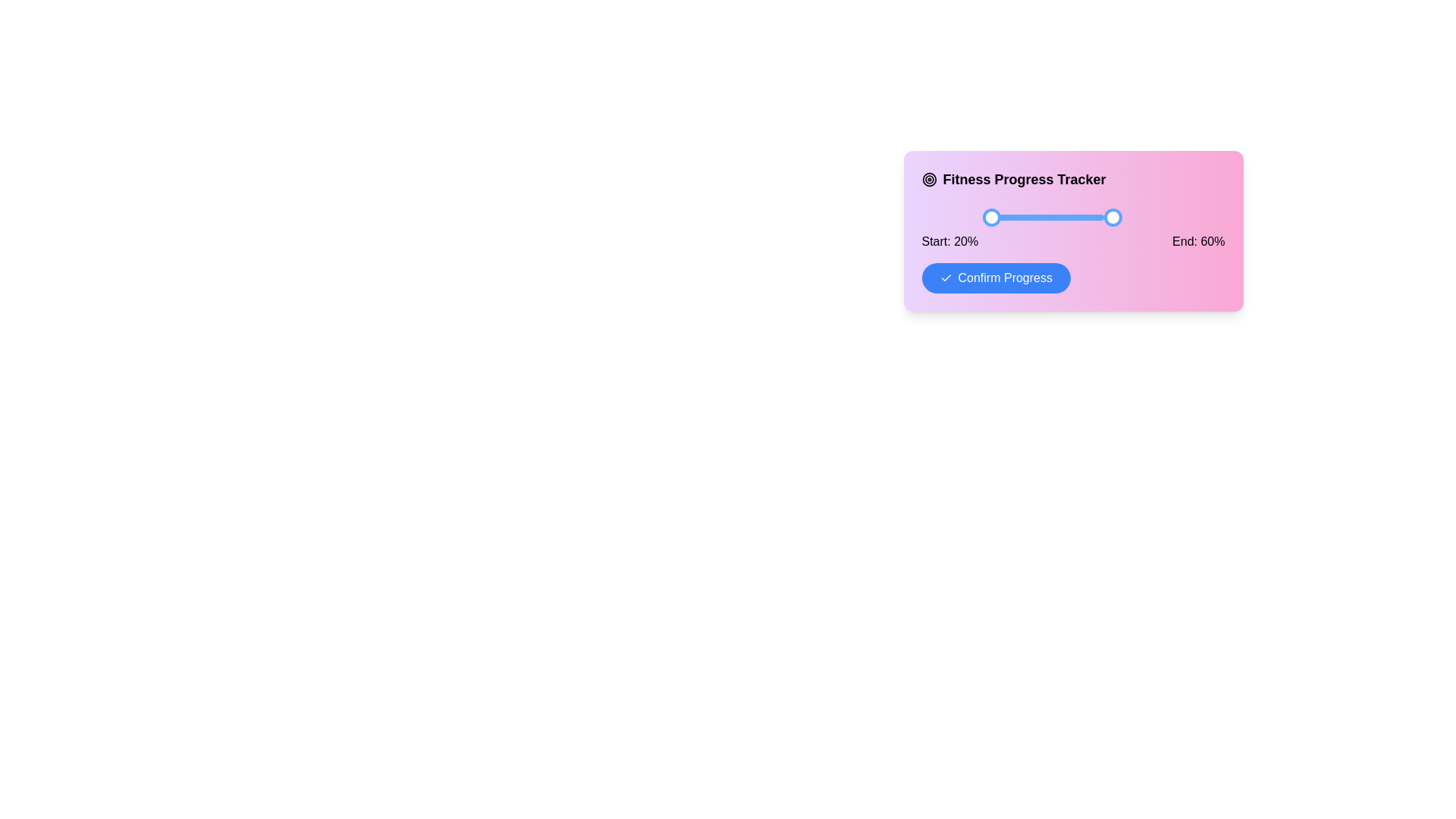 This screenshot has width=1456, height=819. What do you see at coordinates (982, 217) in the screenshot?
I see `the slider` at bounding box center [982, 217].